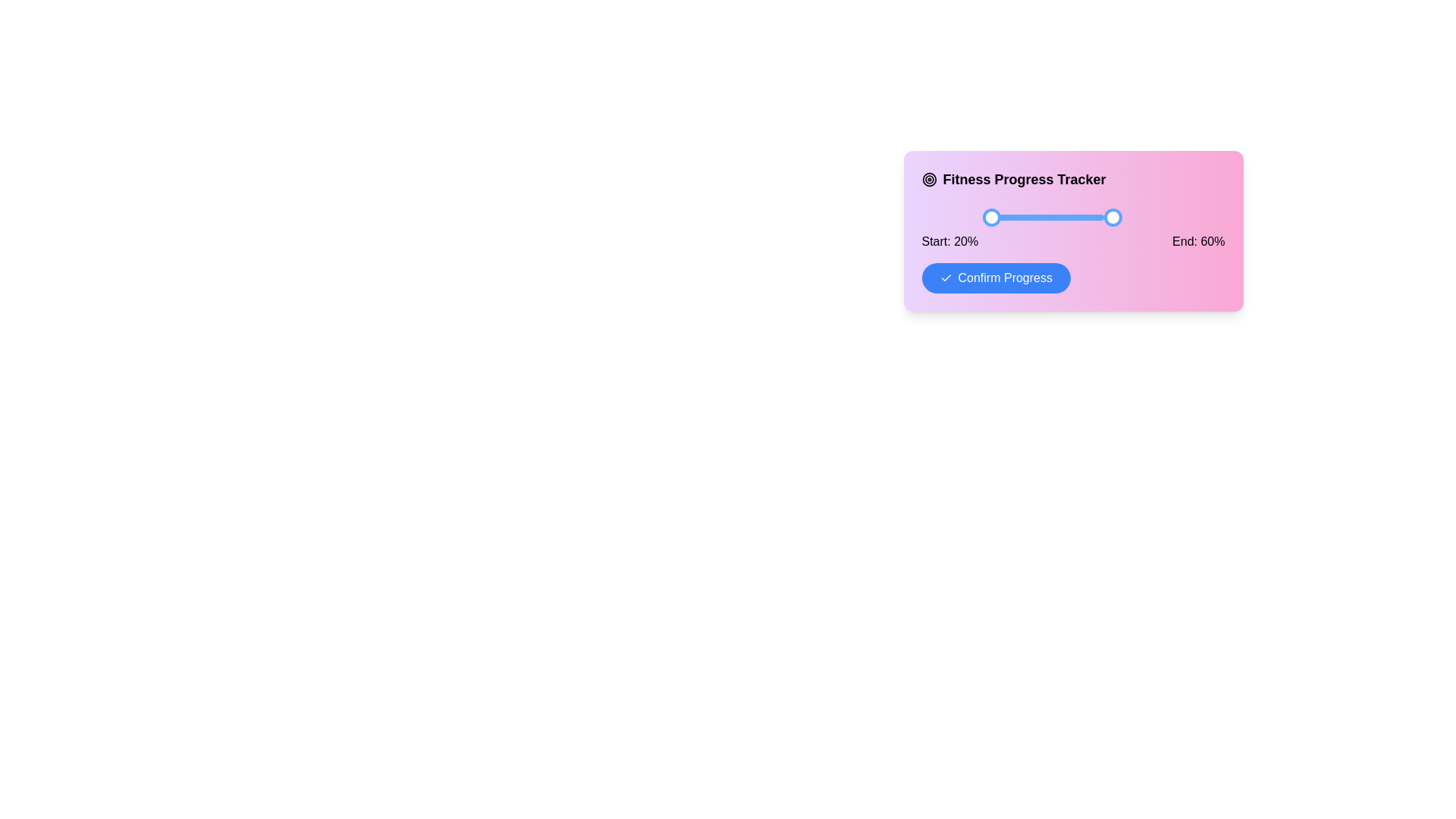 This screenshot has width=1456, height=819. What do you see at coordinates (982, 217) in the screenshot?
I see `the slider` at bounding box center [982, 217].